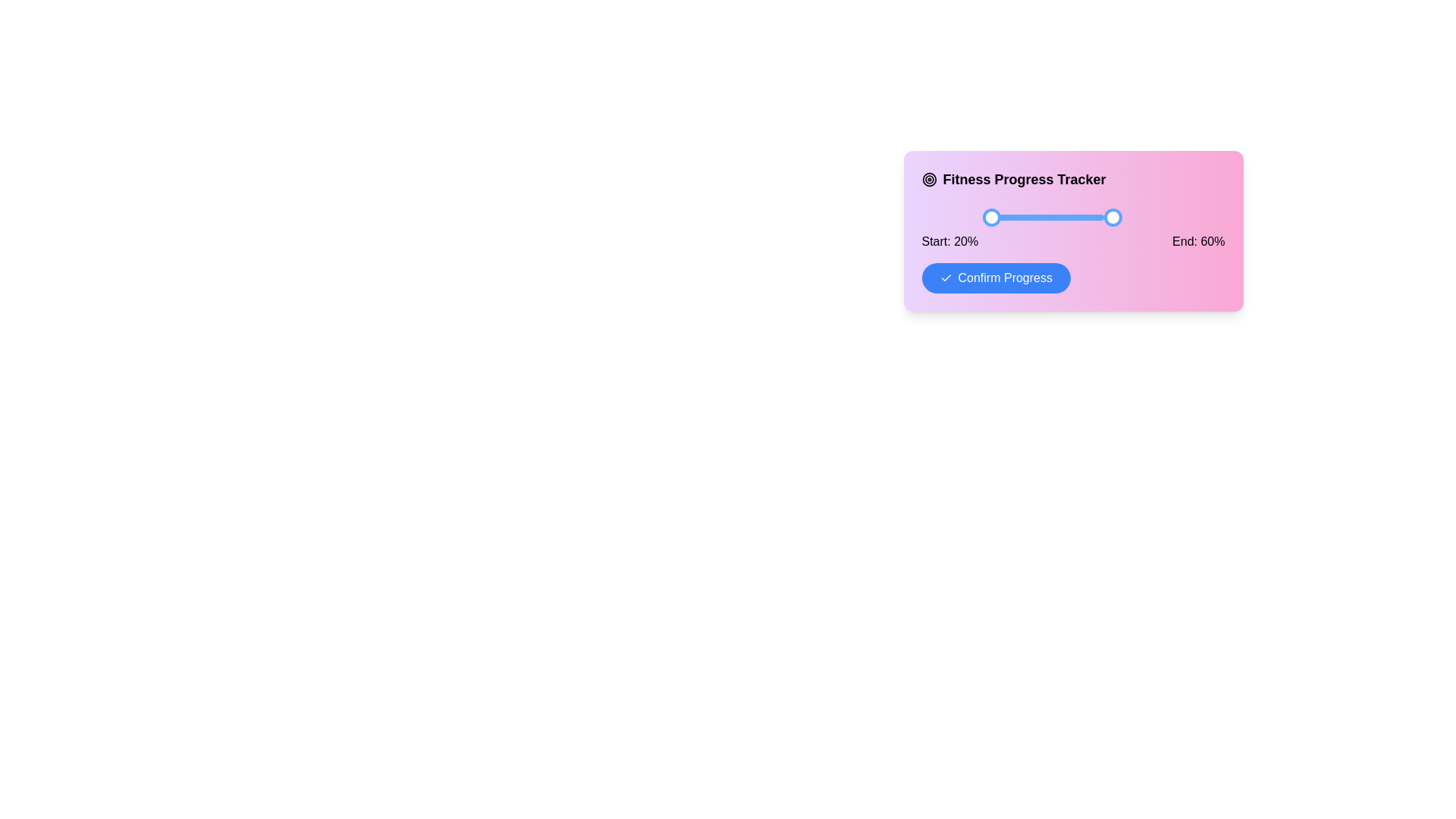 This screenshot has width=1456, height=819. What do you see at coordinates (982, 217) in the screenshot?
I see `the slider` at bounding box center [982, 217].